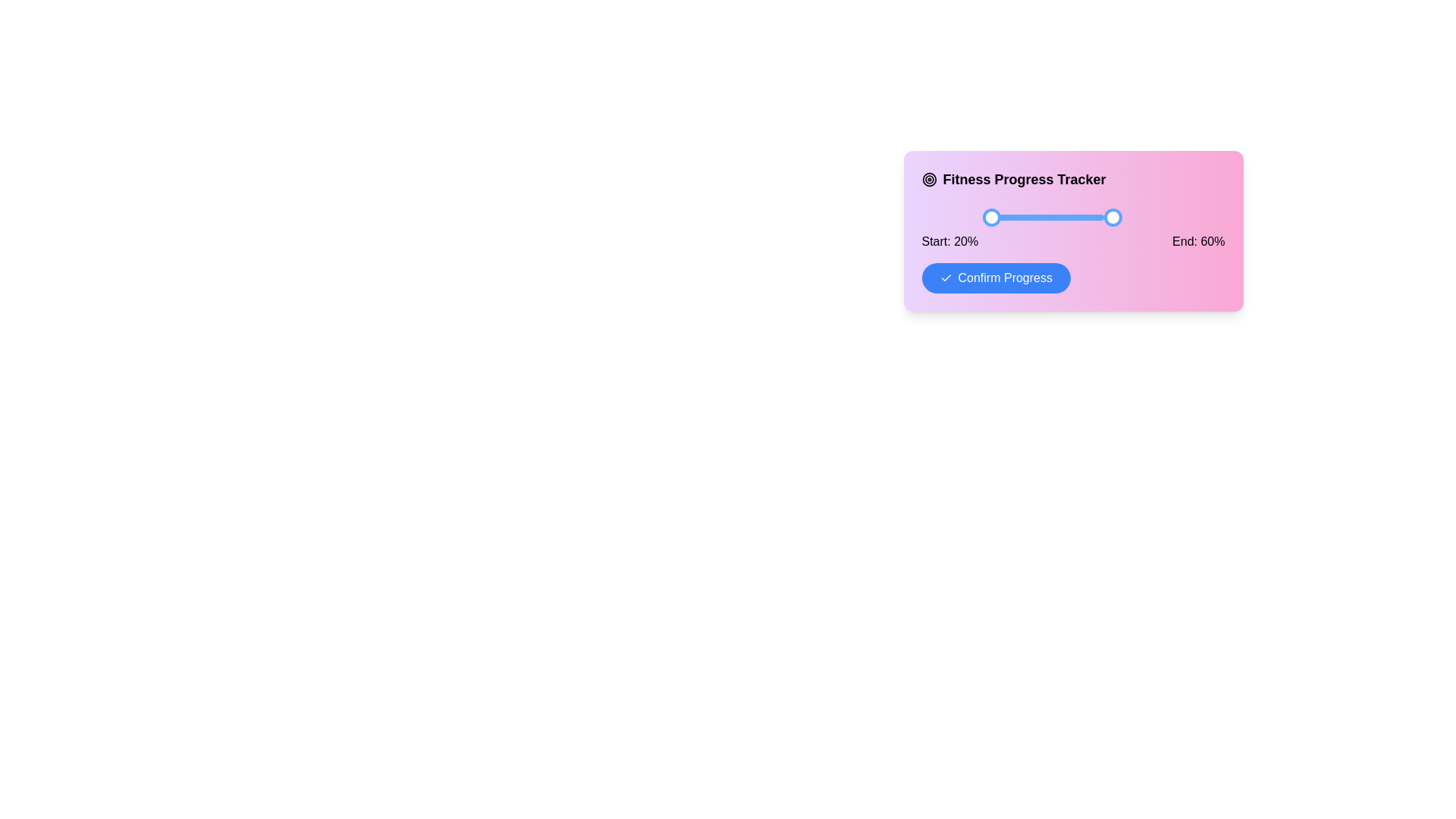 This screenshot has width=1456, height=819. What do you see at coordinates (982, 217) in the screenshot?
I see `the slider` at bounding box center [982, 217].